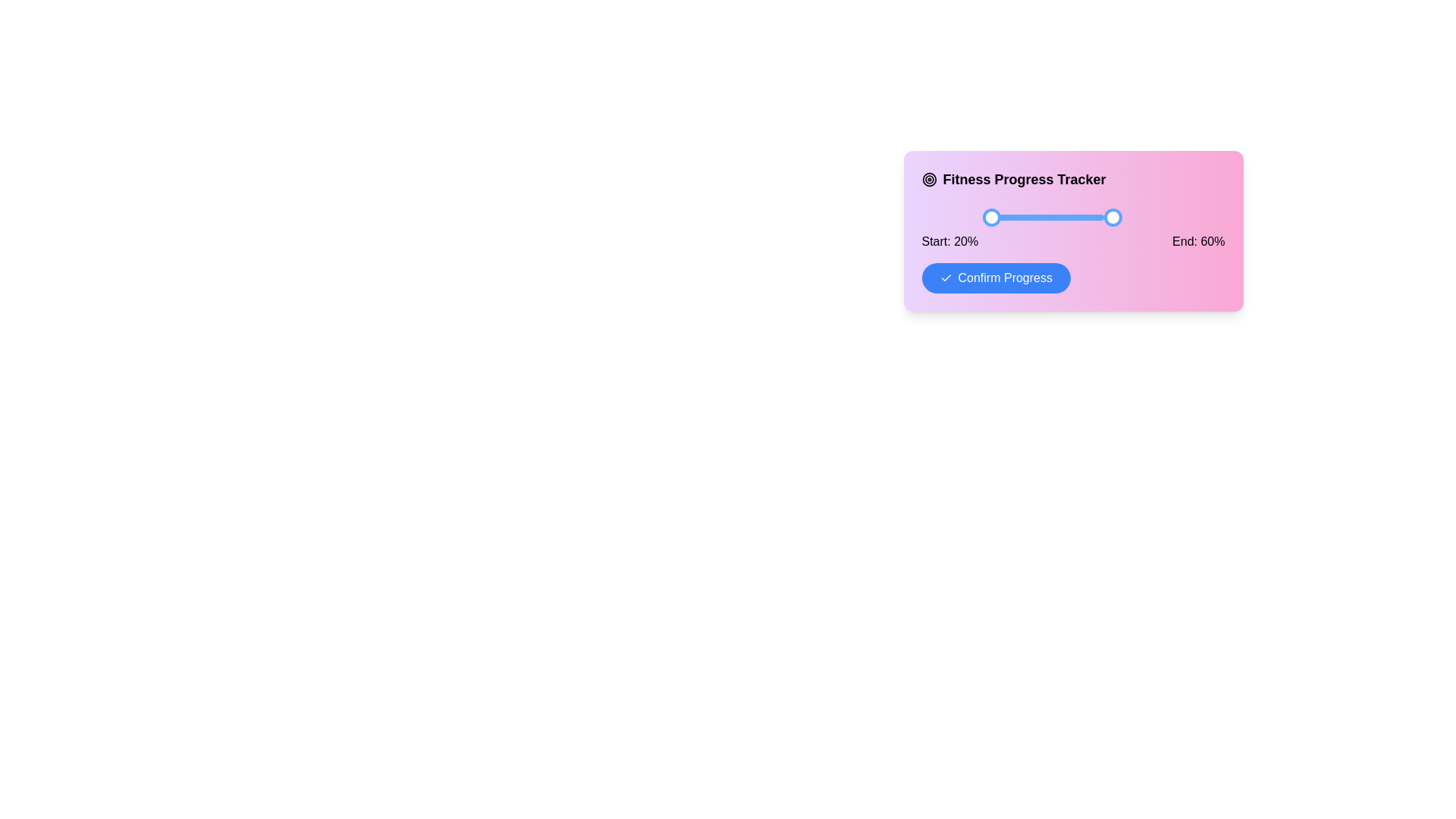 This screenshot has width=1456, height=819. What do you see at coordinates (982, 217) in the screenshot?
I see `the slider` at bounding box center [982, 217].